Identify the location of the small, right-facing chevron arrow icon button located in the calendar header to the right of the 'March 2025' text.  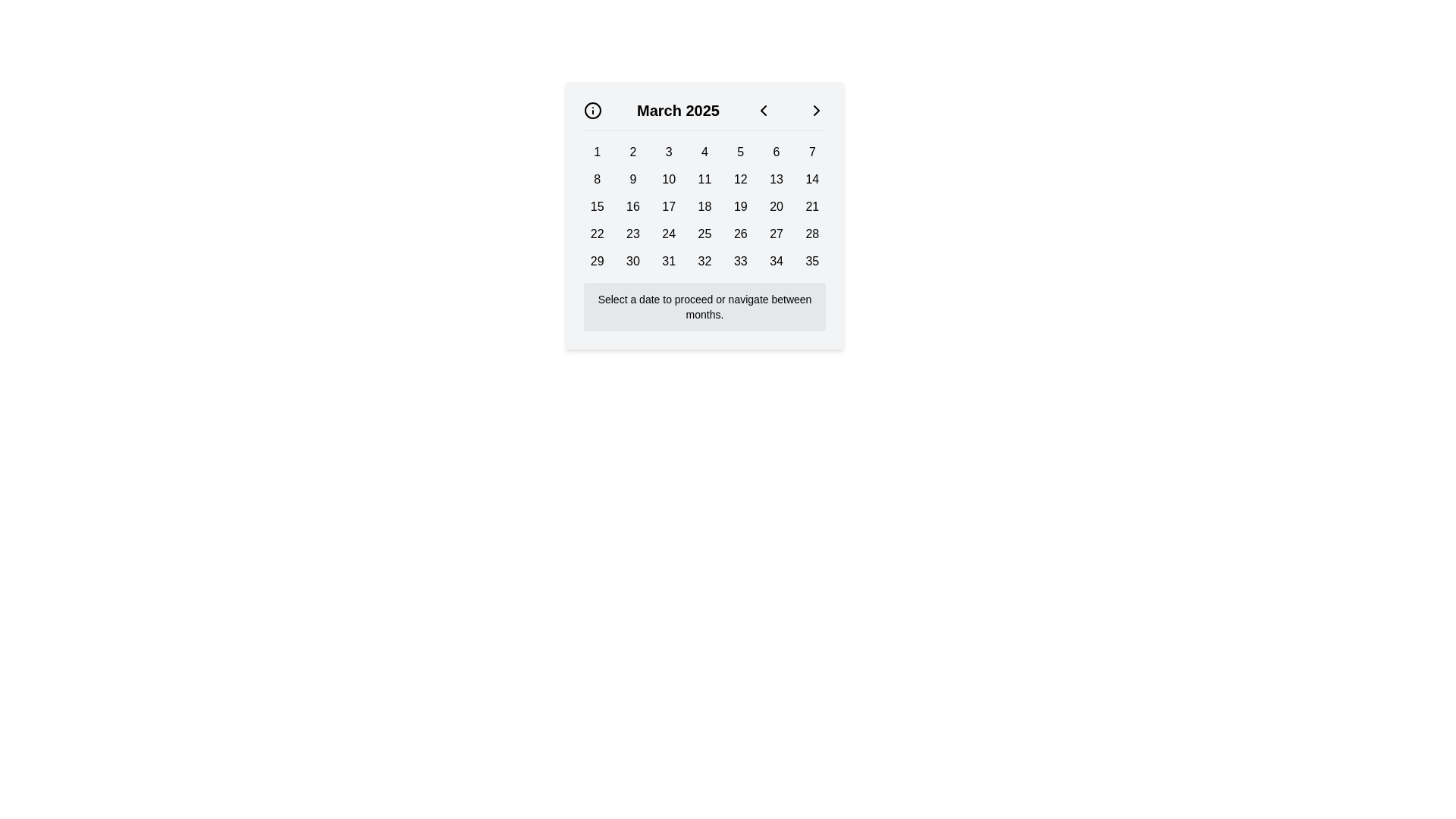
(815, 110).